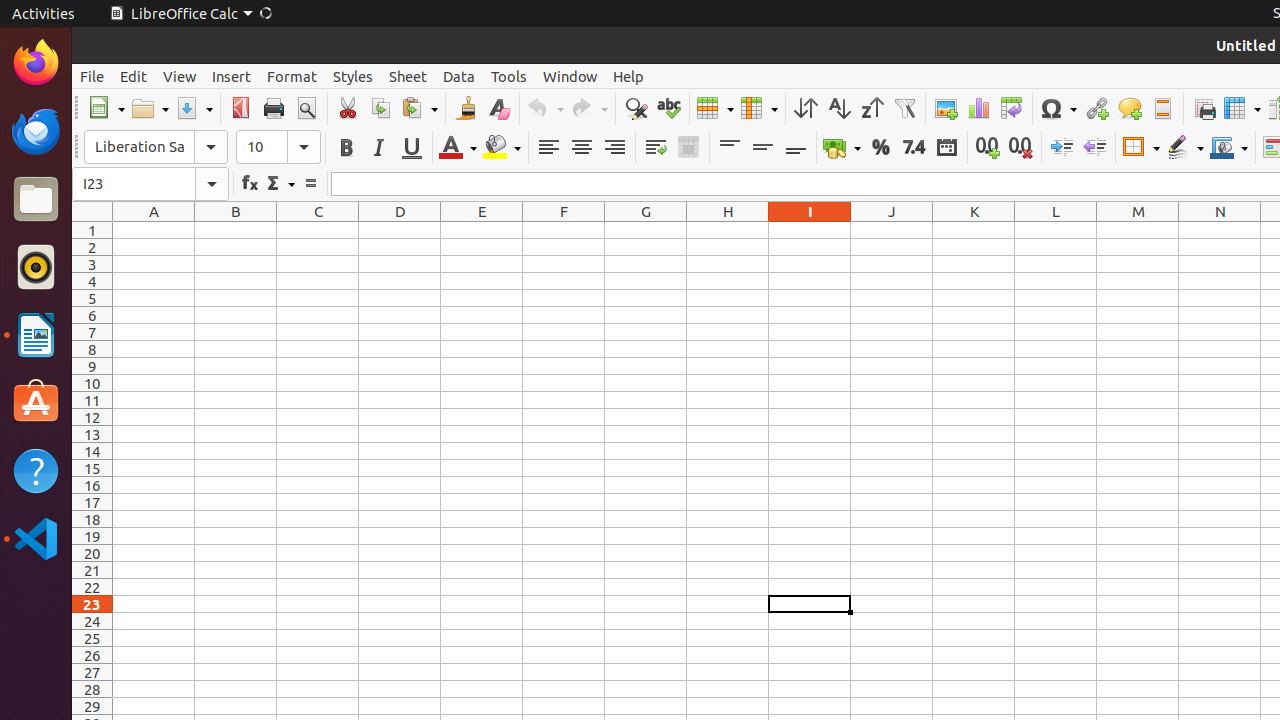 The height and width of the screenshot is (720, 1280). What do you see at coordinates (728, 146) in the screenshot?
I see `'Align Top'` at bounding box center [728, 146].